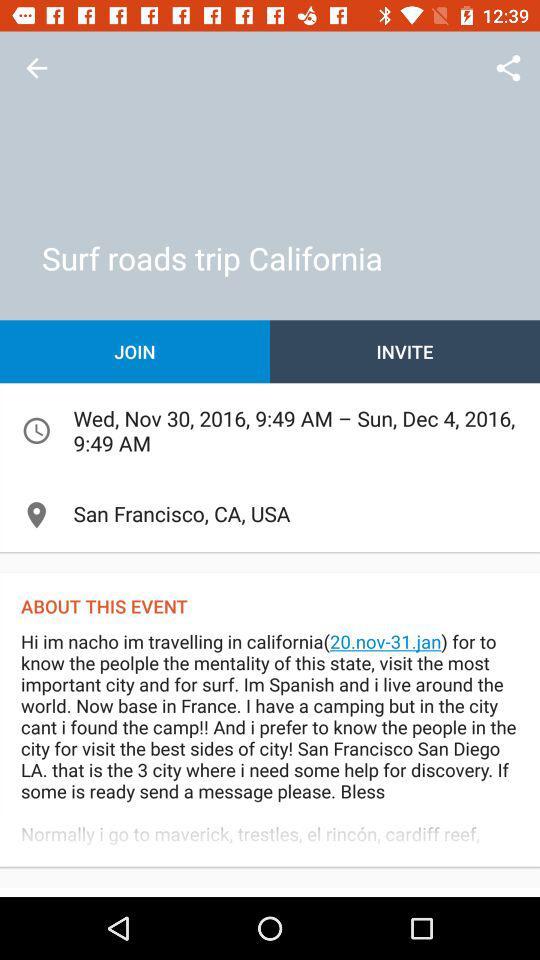  Describe the element at coordinates (36, 68) in the screenshot. I see `go back` at that location.